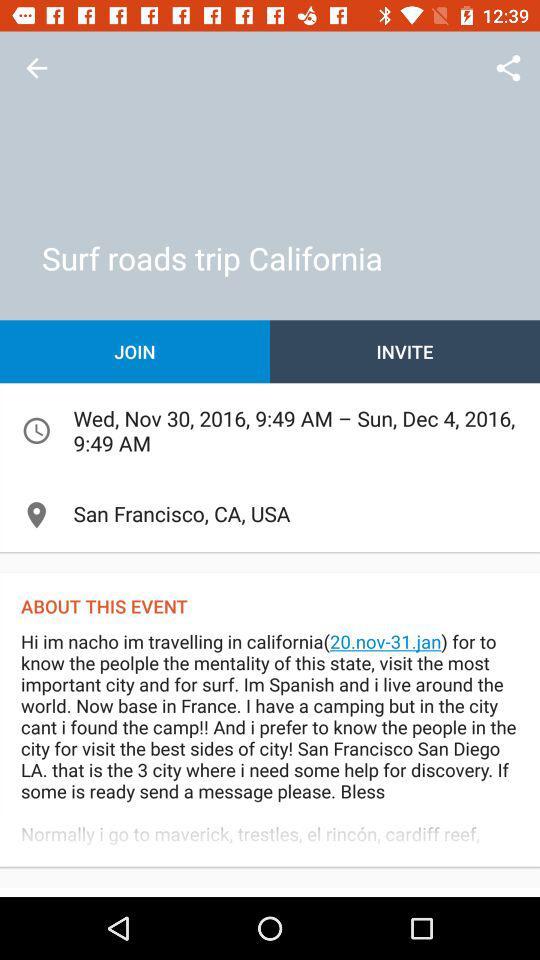  Describe the element at coordinates (36, 68) in the screenshot. I see `go back` at that location.